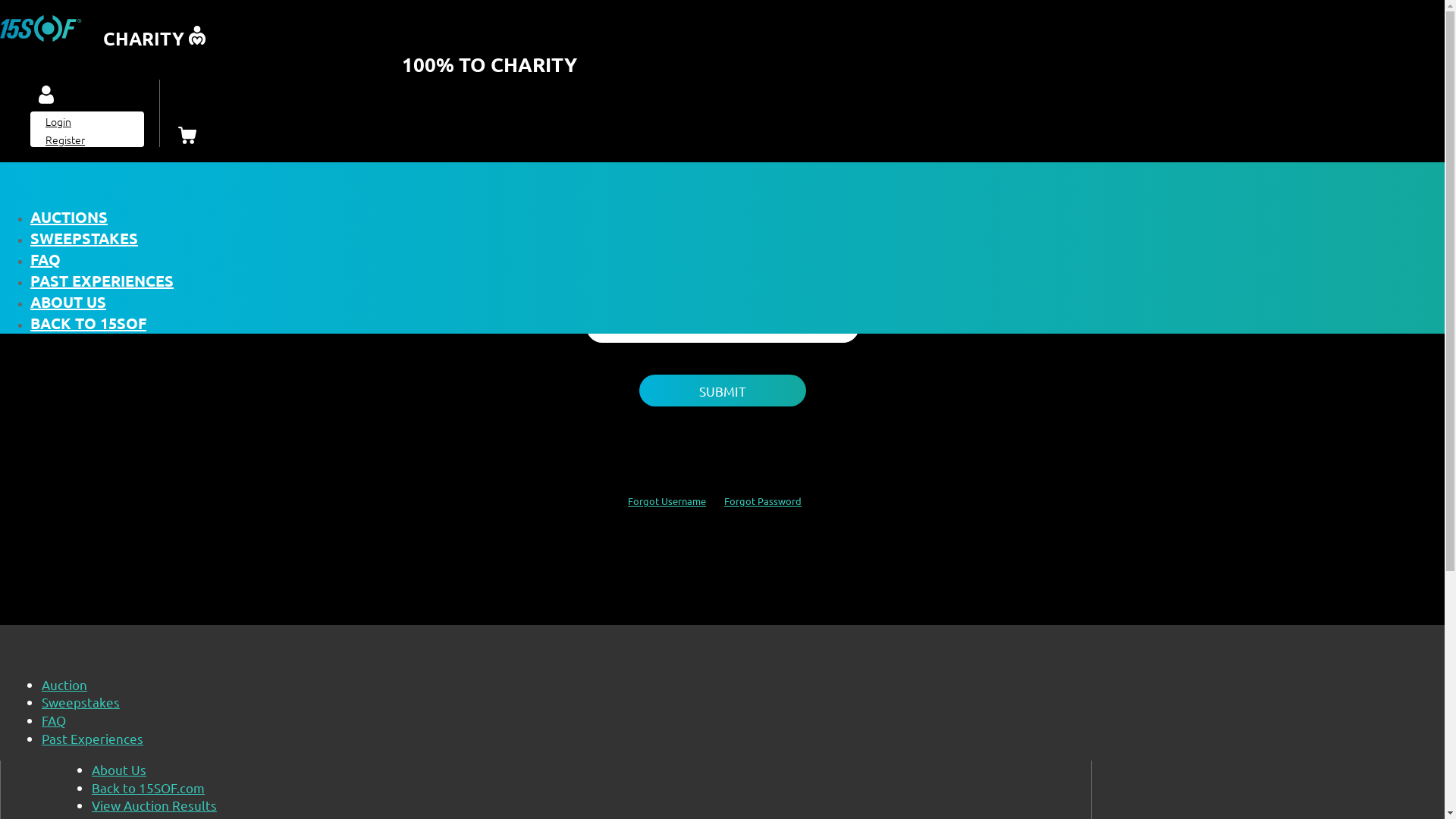 The width and height of the screenshot is (1456, 819). What do you see at coordinates (64, 140) in the screenshot?
I see `'Register'` at bounding box center [64, 140].